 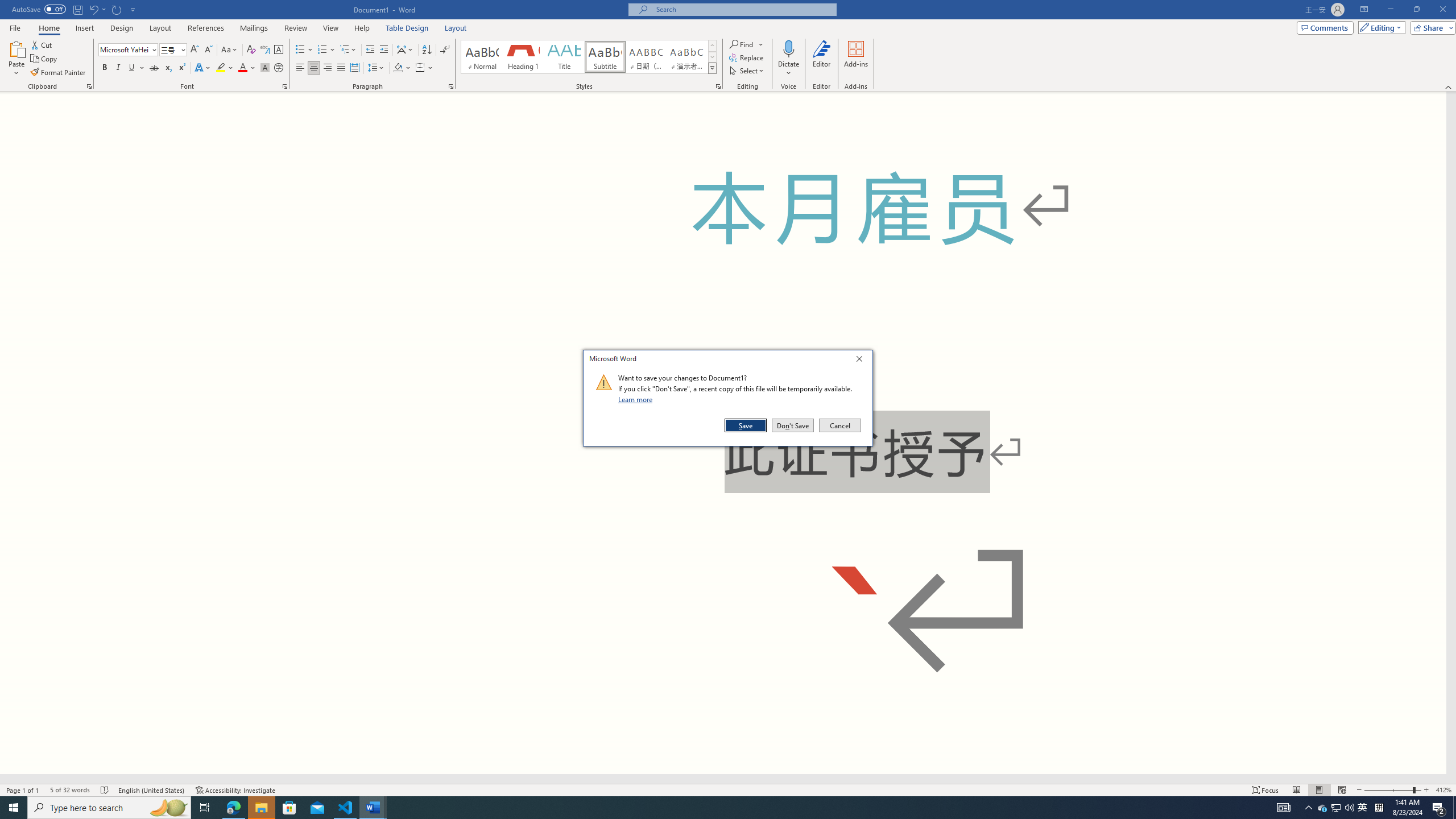 What do you see at coordinates (229, 49) in the screenshot?
I see `'Change Case'` at bounding box center [229, 49].